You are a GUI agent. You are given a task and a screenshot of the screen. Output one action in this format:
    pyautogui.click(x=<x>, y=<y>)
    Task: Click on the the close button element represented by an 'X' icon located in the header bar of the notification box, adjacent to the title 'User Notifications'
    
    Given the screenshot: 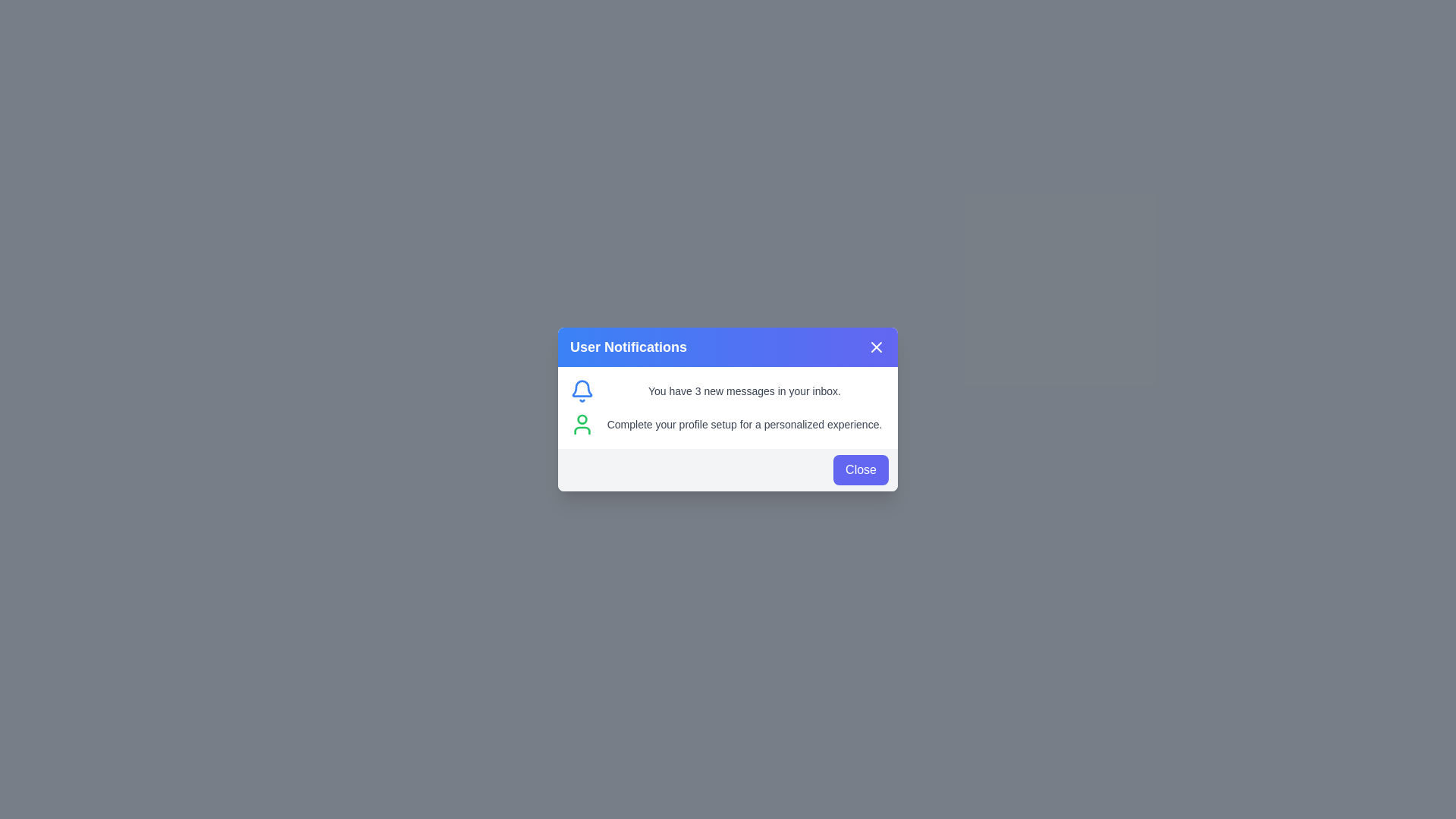 What is the action you would take?
    pyautogui.click(x=877, y=347)
    